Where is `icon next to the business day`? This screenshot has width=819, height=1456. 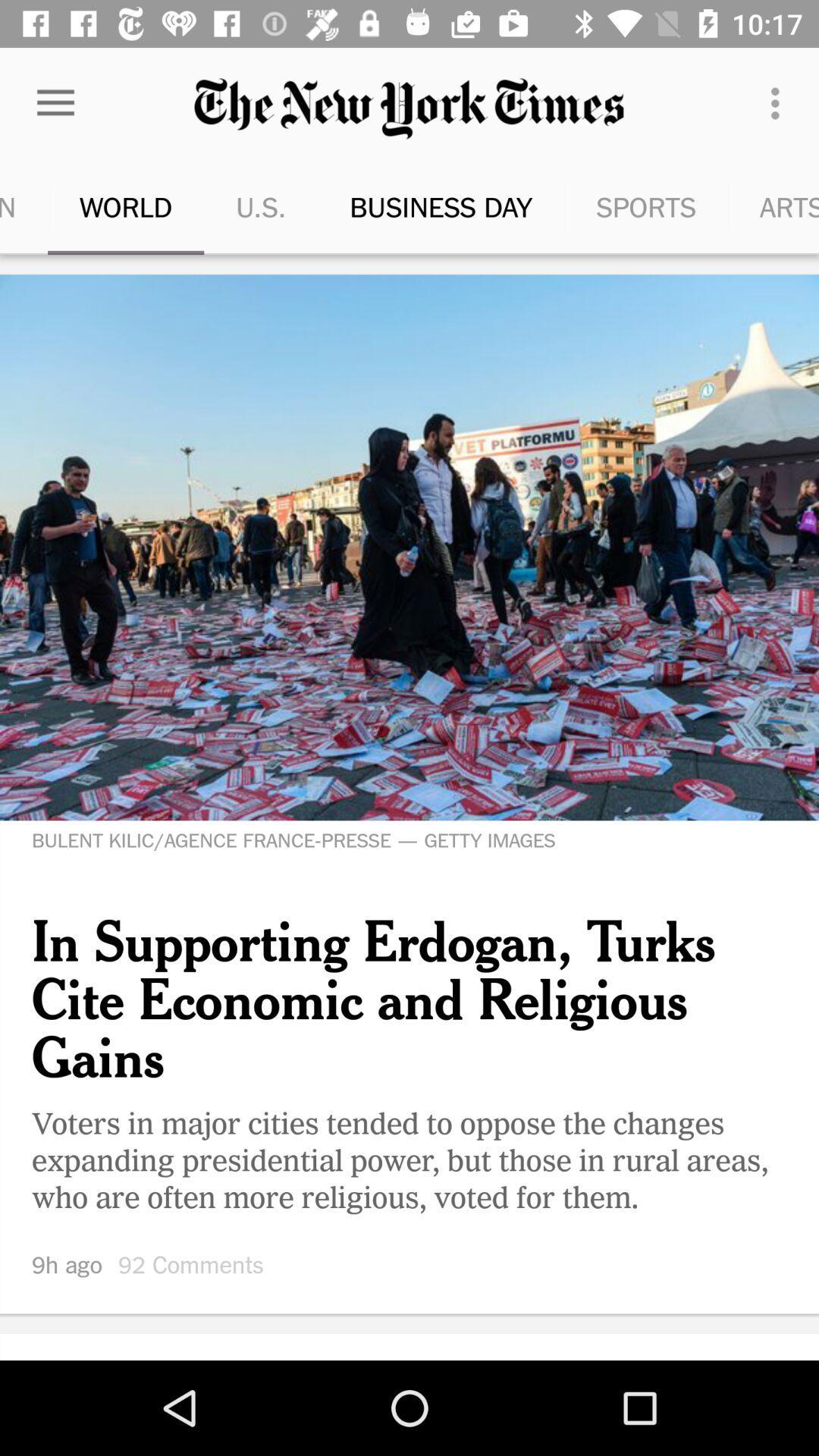 icon next to the business day is located at coordinates (607, 206).